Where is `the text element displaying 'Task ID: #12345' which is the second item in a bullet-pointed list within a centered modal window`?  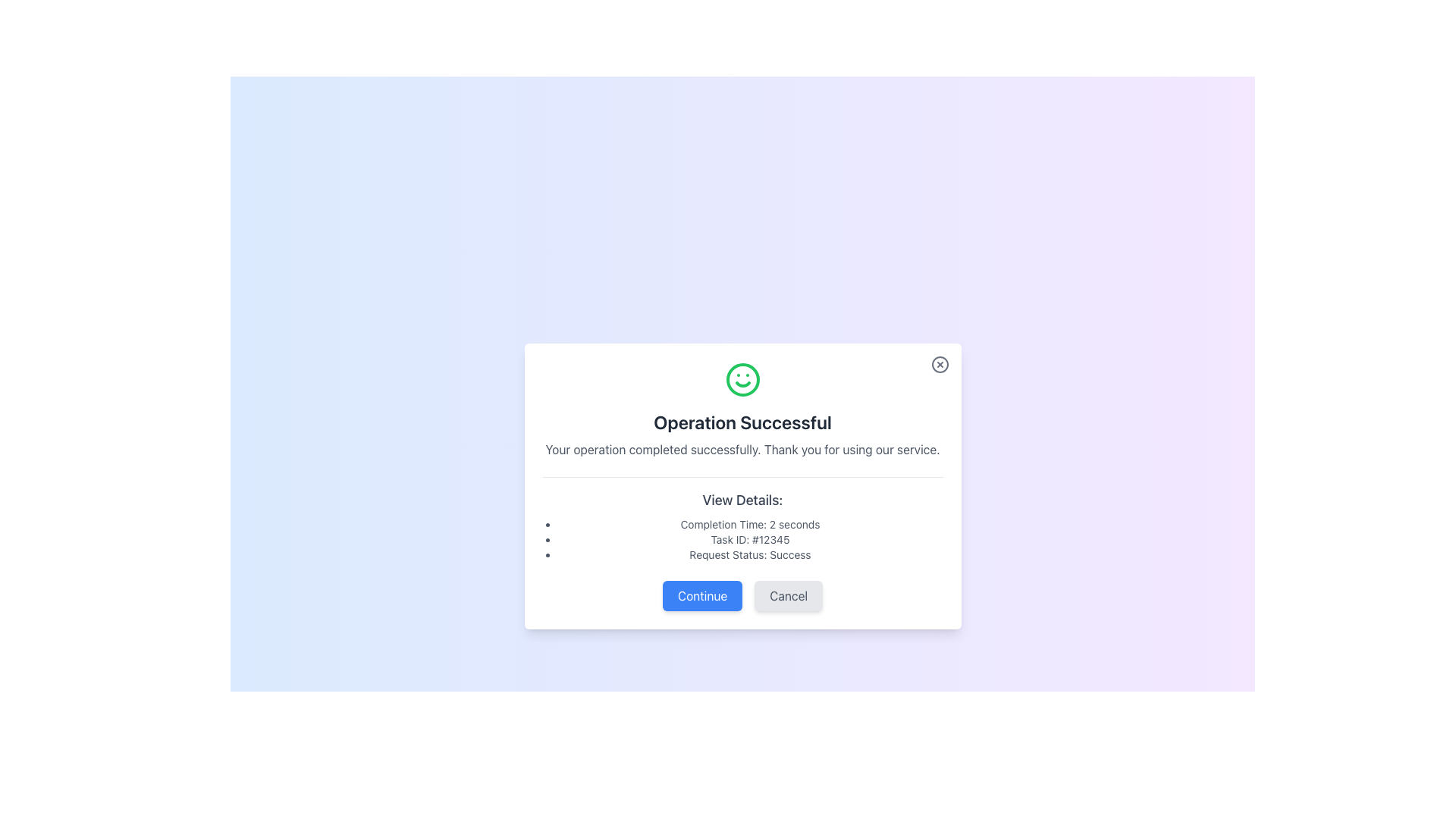
the text element displaying 'Task ID: #12345' which is the second item in a bullet-pointed list within a centered modal window is located at coordinates (750, 538).